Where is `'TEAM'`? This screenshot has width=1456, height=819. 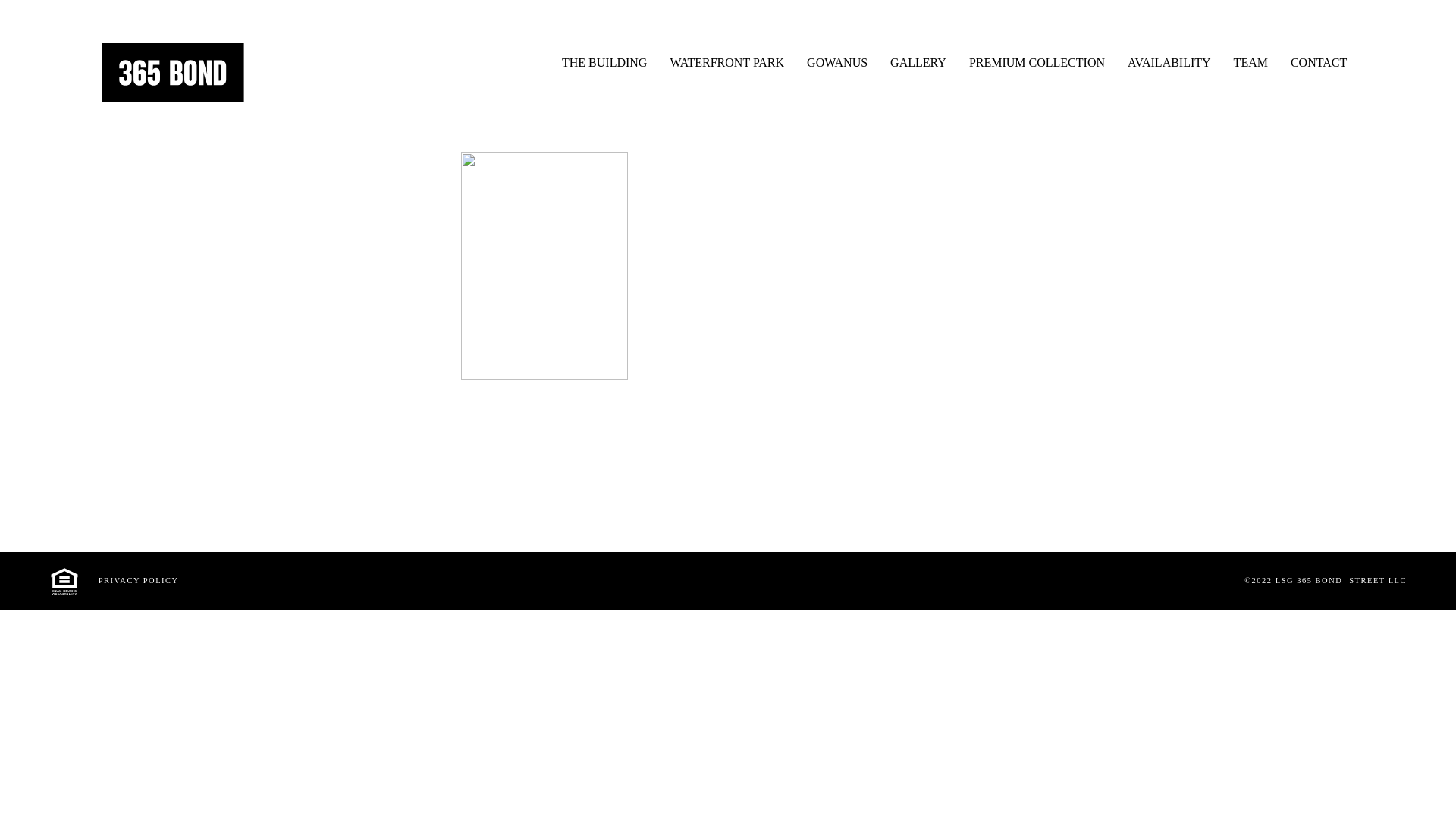
'TEAM' is located at coordinates (1250, 58).